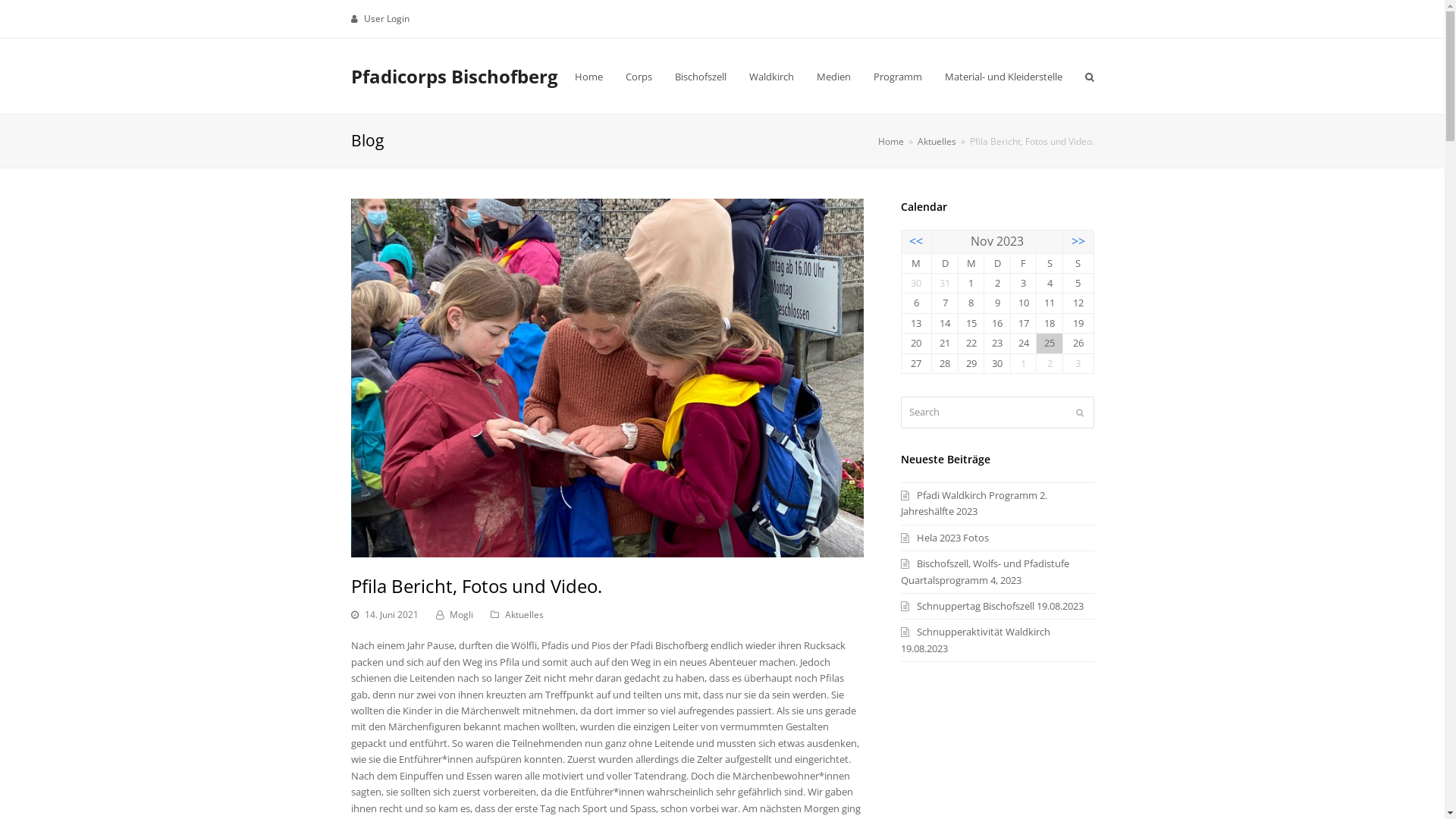 The width and height of the screenshot is (1456, 819). Describe the element at coordinates (915, 240) in the screenshot. I see `'<<'` at that location.